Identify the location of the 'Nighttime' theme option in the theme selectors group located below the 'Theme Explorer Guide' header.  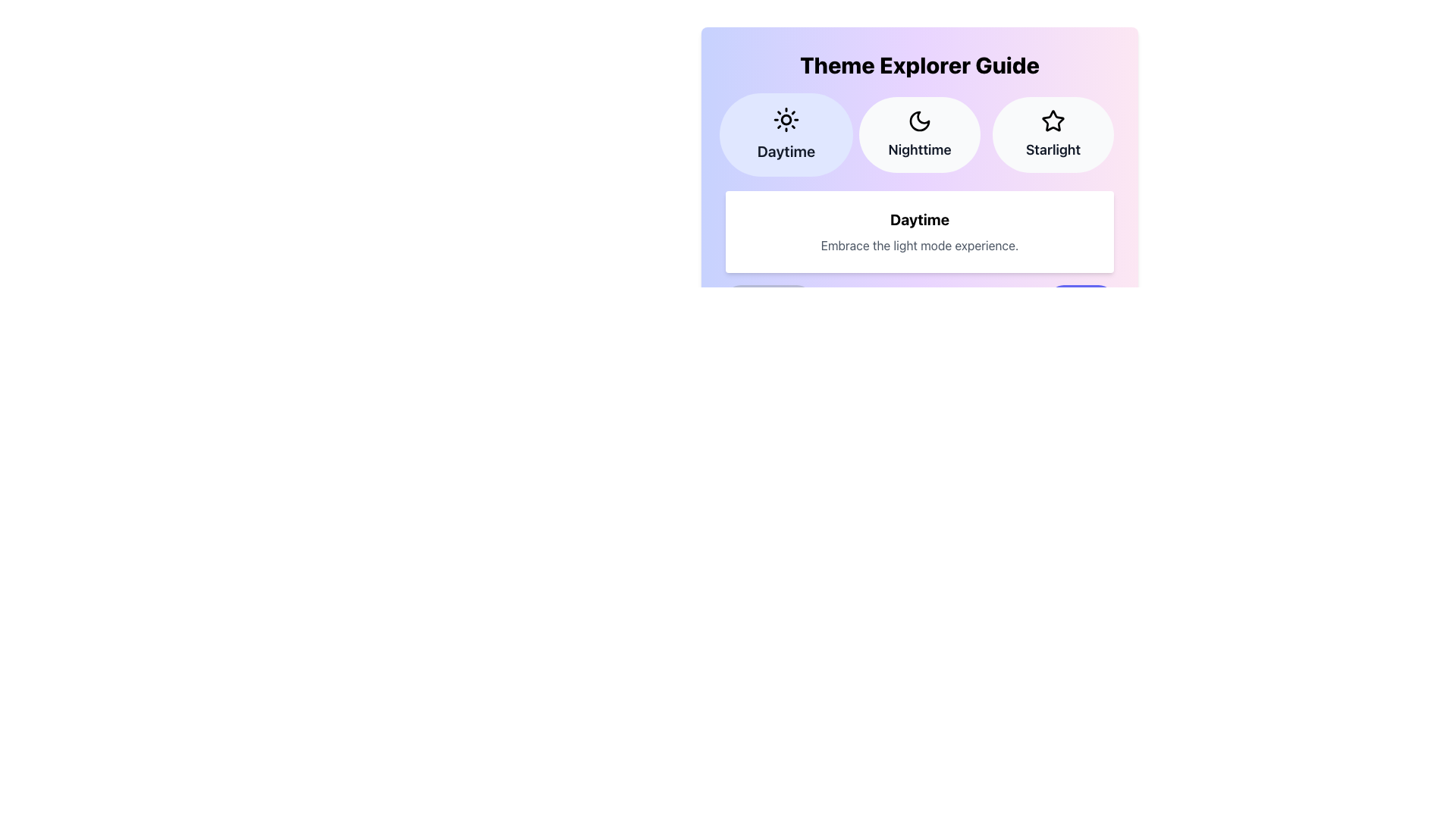
(919, 133).